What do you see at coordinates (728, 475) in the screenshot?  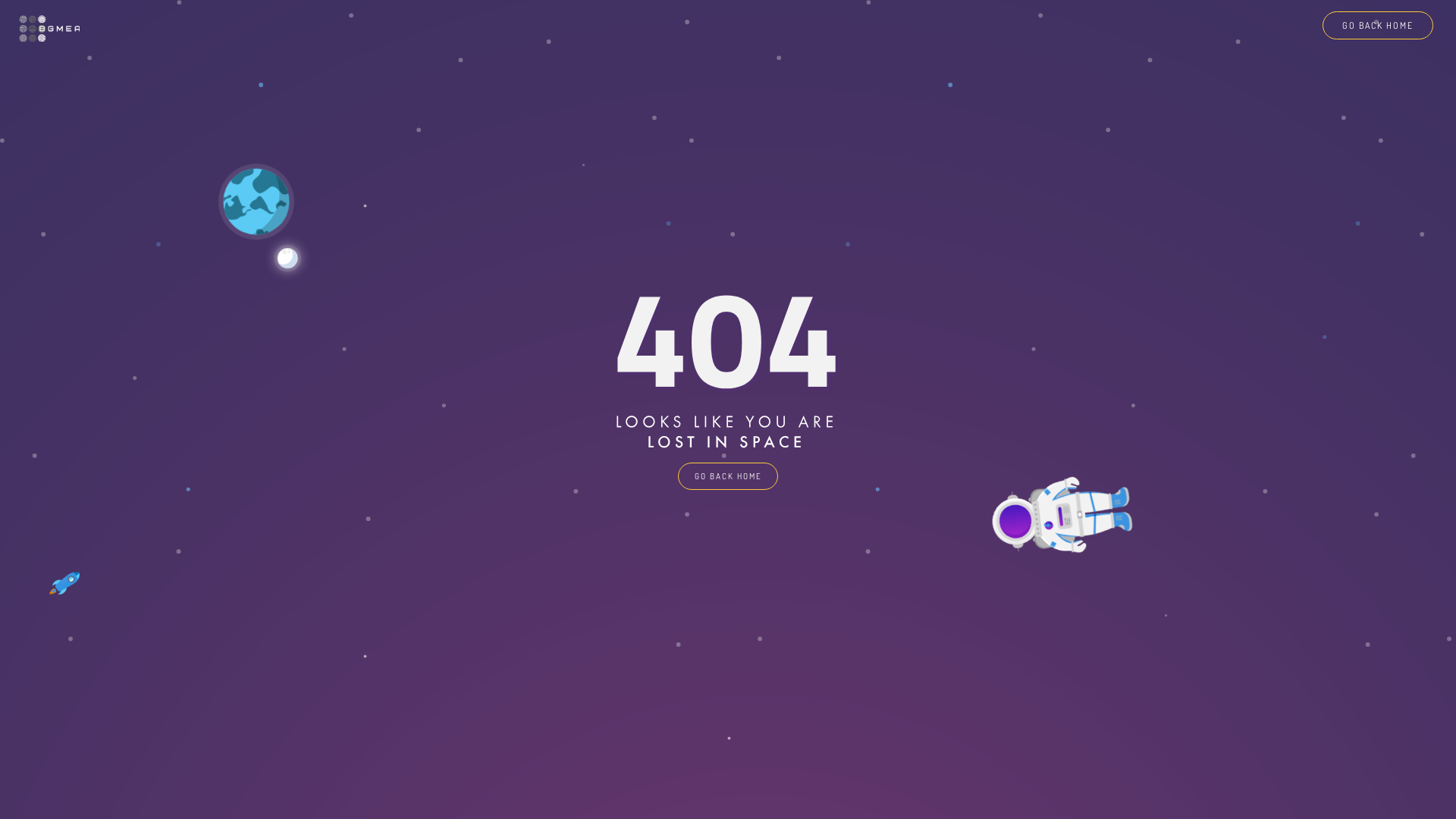 I see `'GO BACK HOME'` at bounding box center [728, 475].